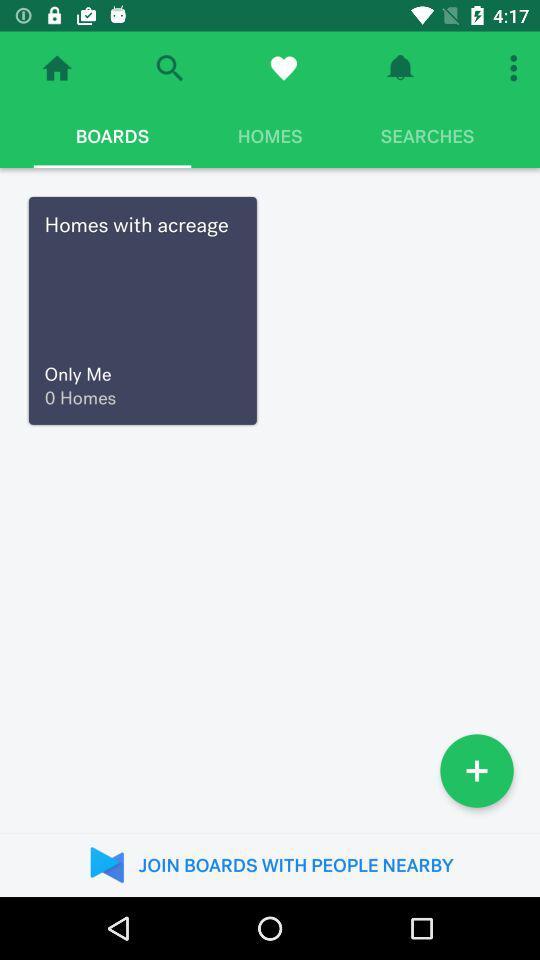 The image size is (540, 960). What do you see at coordinates (400, 68) in the screenshot?
I see `notifications` at bounding box center [400, 68].